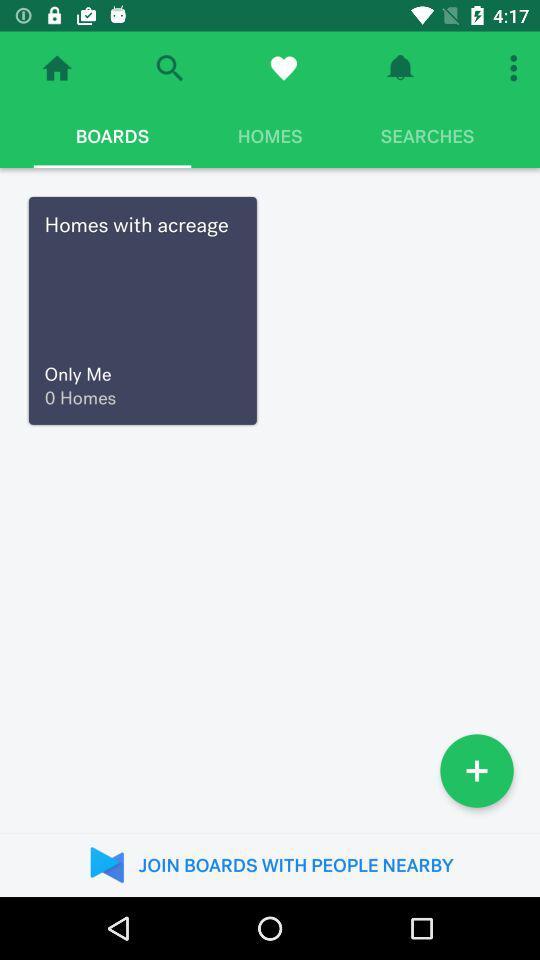 The image size is (540, 960). What do you see at coordinates (400, 68) in the screenshot?
I see `notifications` at bounding box center [400, 68].